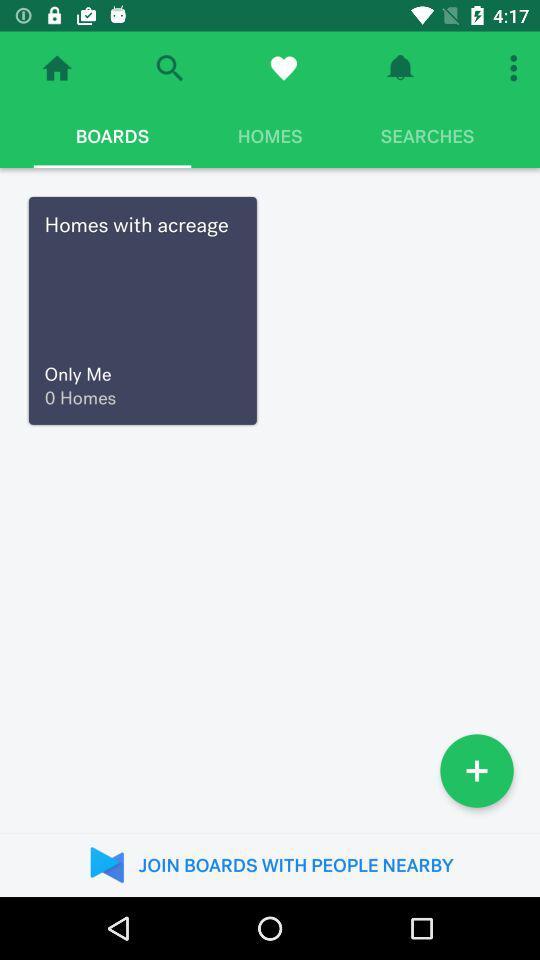 The image size is (540, 960). What do you see at coordinates (400, 68) in the screenshot?
I see `notifications` at bounding box center [400, 68].